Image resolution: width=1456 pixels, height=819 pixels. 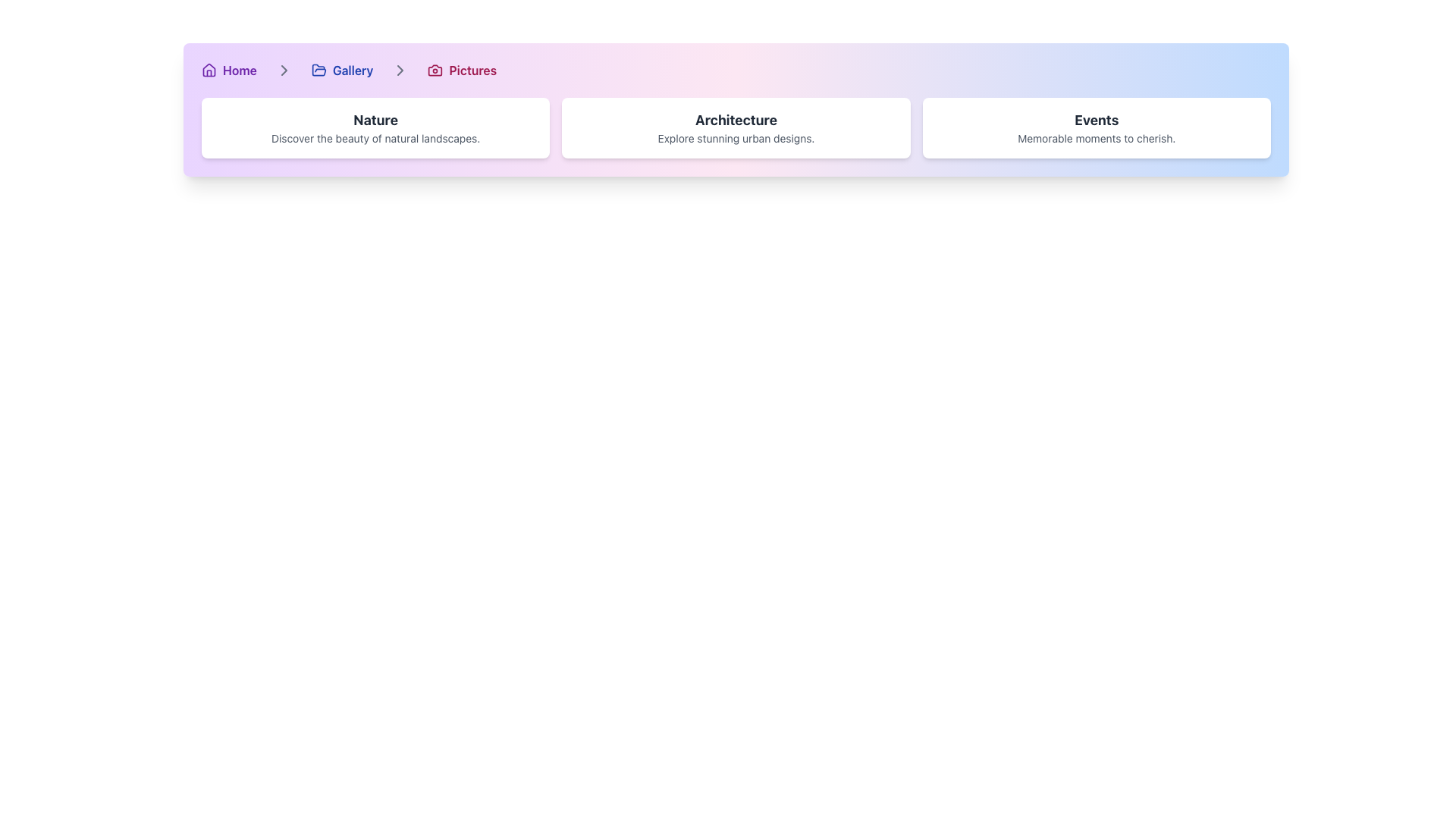 What do you see at coordinates (239, 70) in the screenshot?
I see `the 'Home' text label in bold purple font, which is part of the breadcrumb navigation bar` at bounding box center [239, 70].